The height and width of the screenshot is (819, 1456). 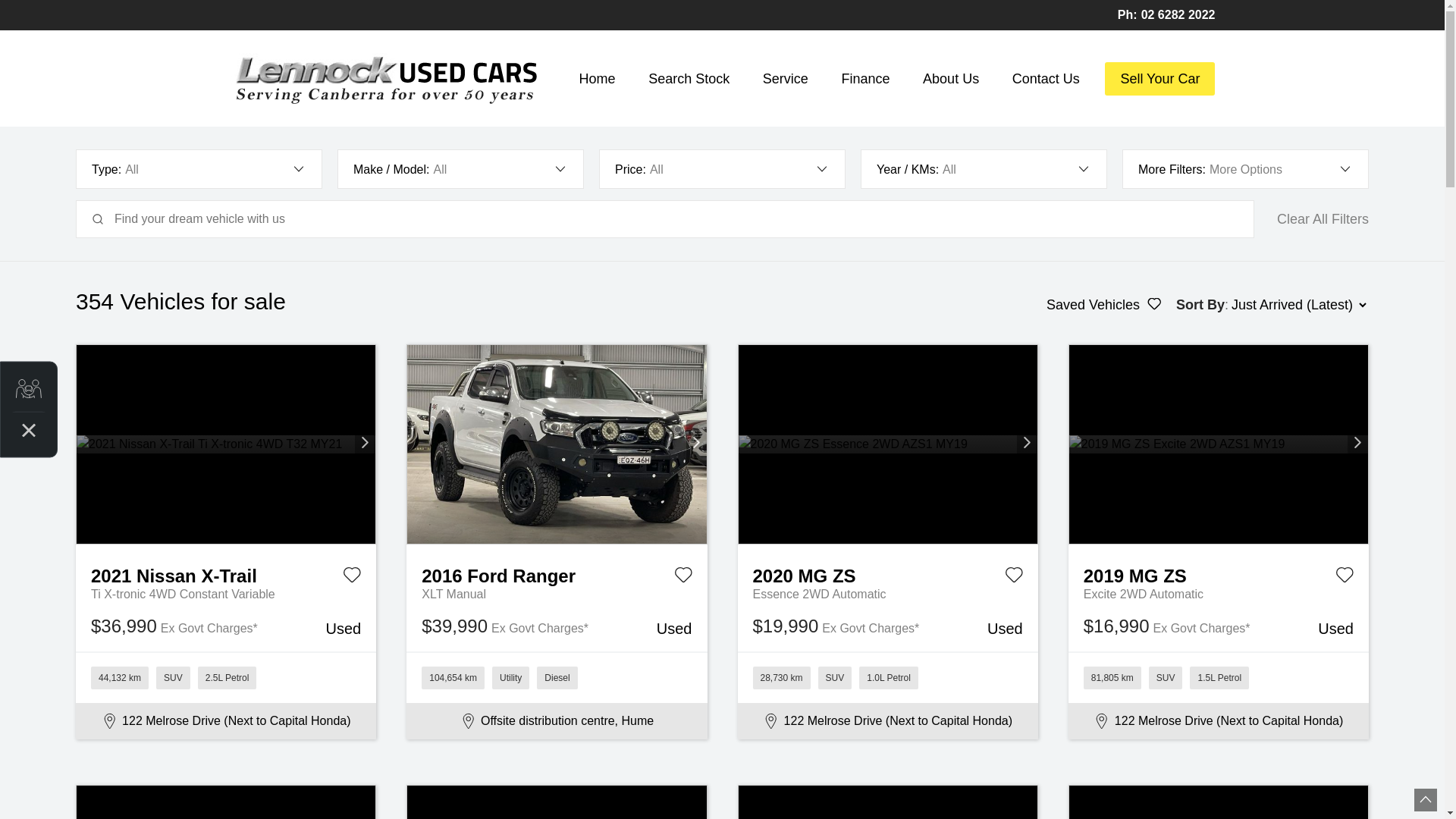 What do you see at coordinates (224, 627) in the screenshot?
I see `'$36,990` at bounding box center [224, 627].